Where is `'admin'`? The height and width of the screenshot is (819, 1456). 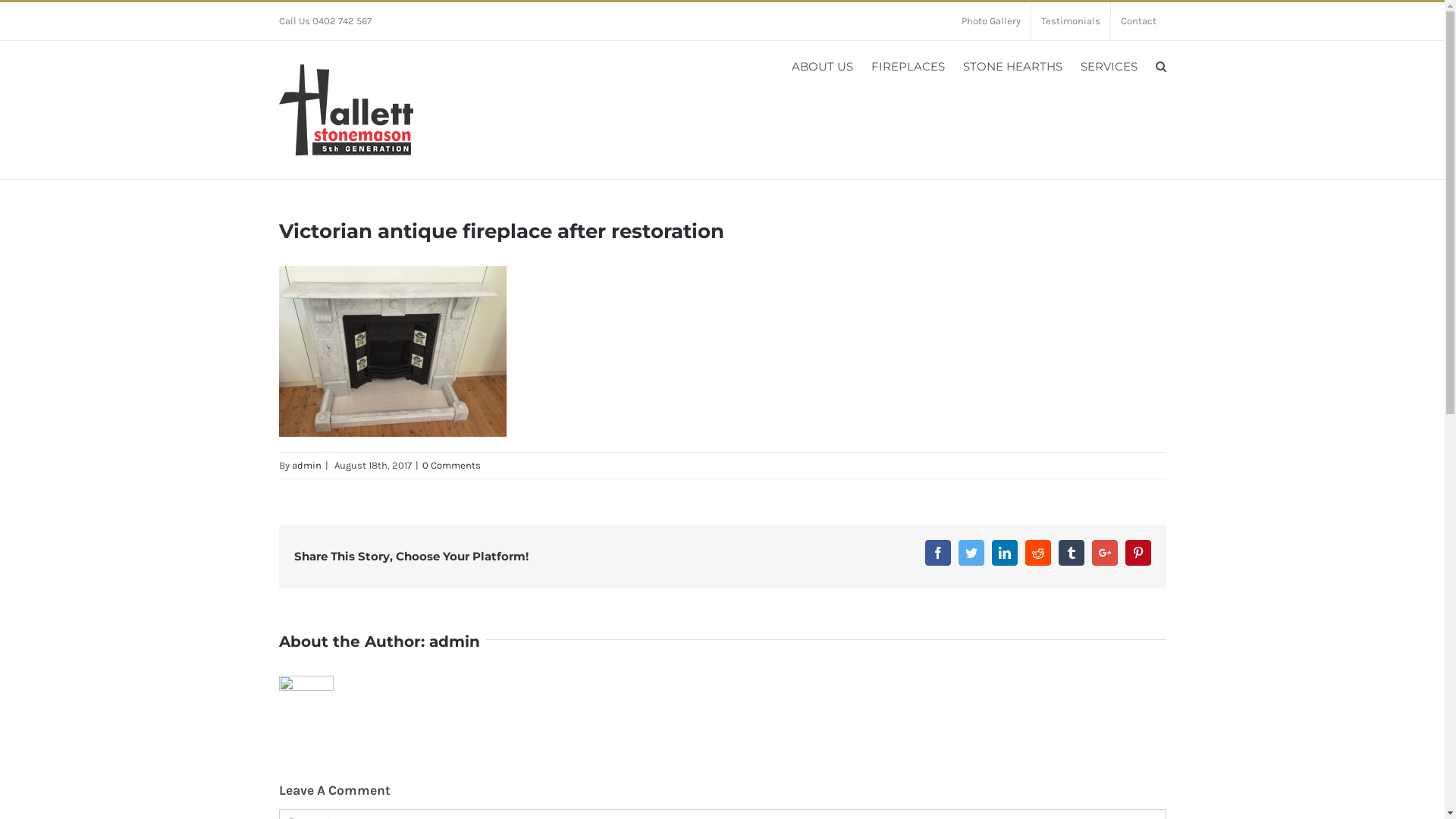 'admin' is located at coordinates (291, 464).